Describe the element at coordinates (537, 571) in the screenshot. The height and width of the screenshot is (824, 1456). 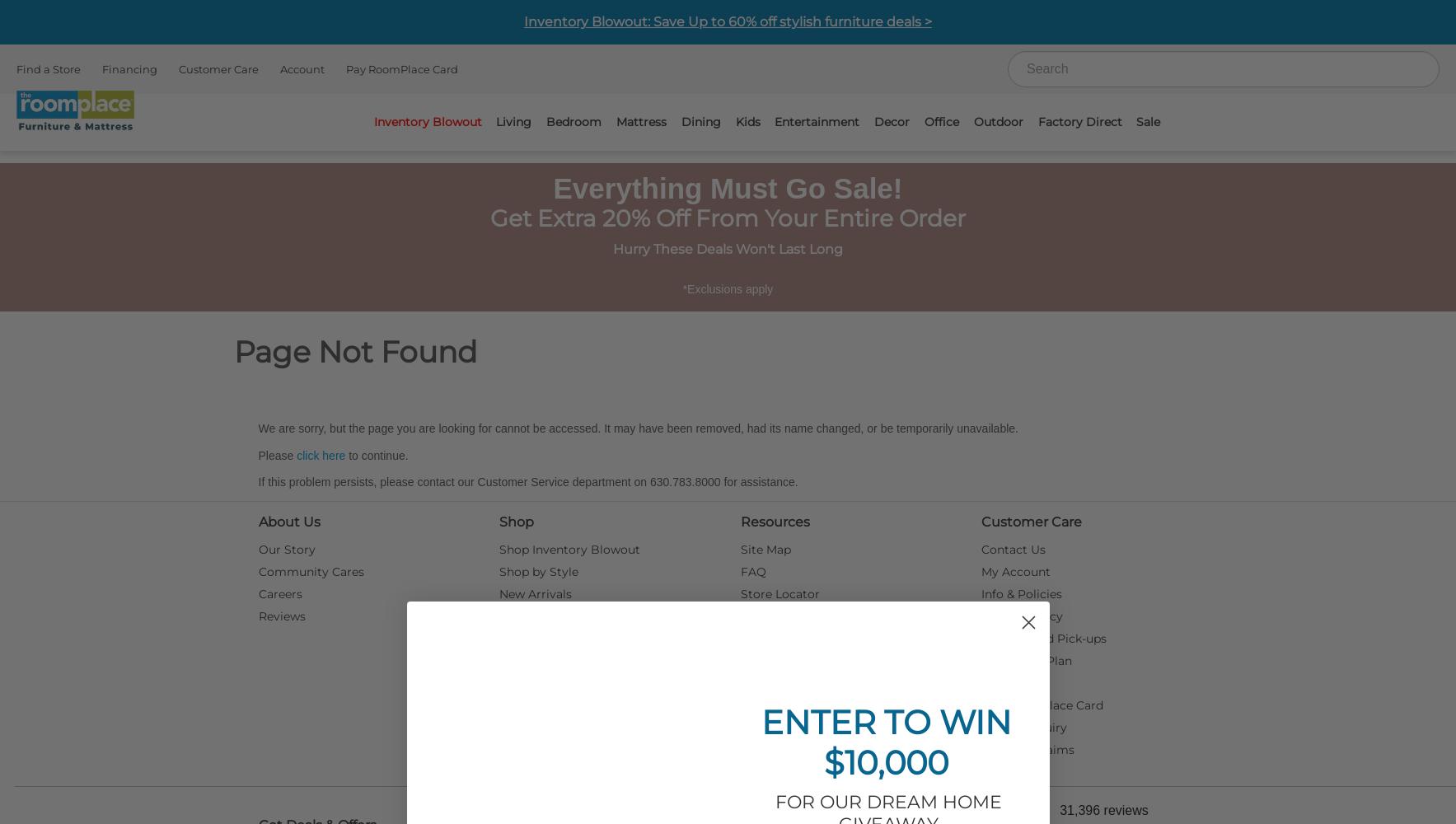
I see `'Shop by Style'` at that location.